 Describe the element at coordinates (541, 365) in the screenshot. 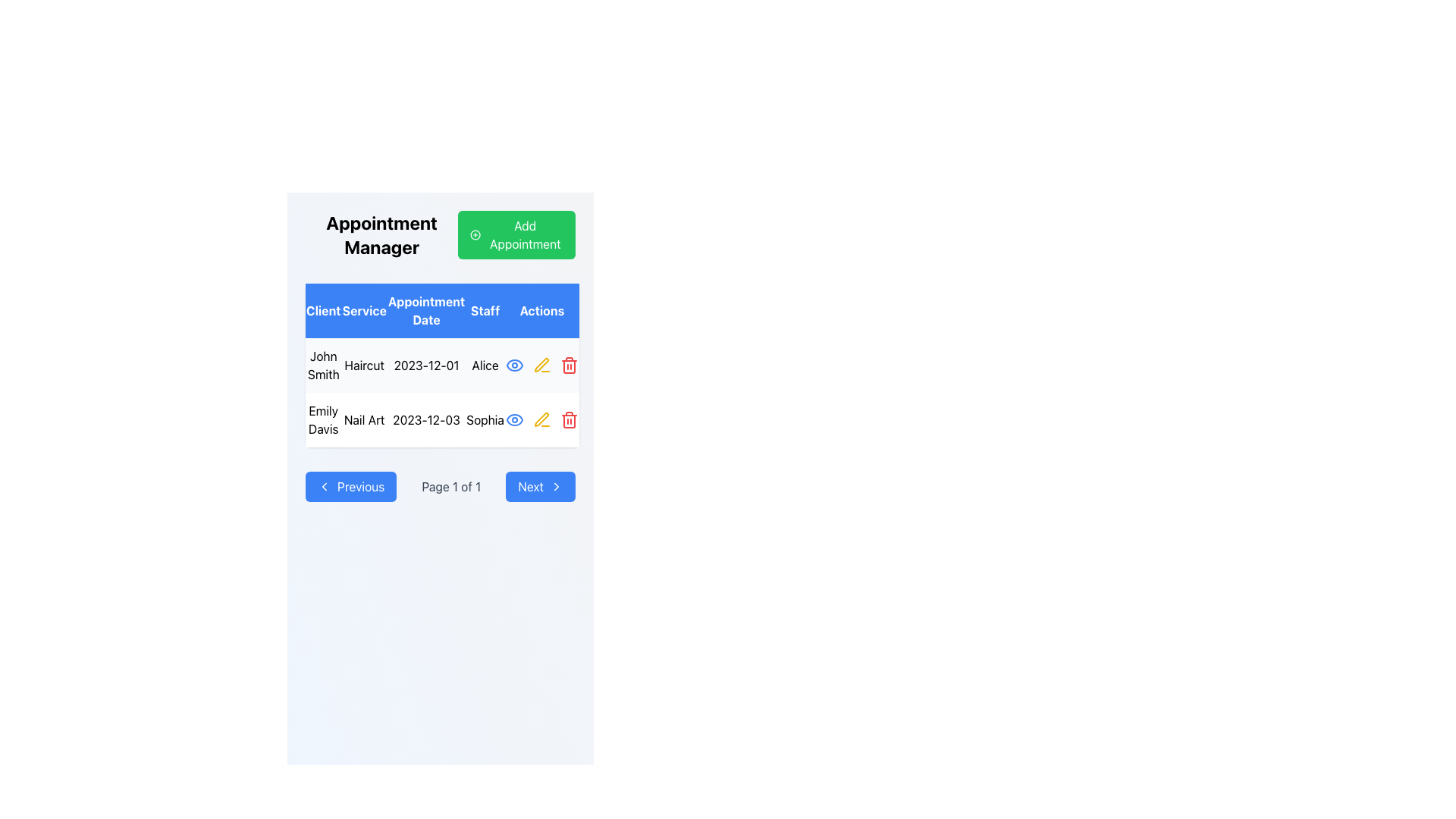

I see `the edit button icon in the second row of the table under the 'Actions' column, which is positioned to the right of the blue eye icon and to the left of the red trash bin icon, associated with 'Emily Davis'` at that location.